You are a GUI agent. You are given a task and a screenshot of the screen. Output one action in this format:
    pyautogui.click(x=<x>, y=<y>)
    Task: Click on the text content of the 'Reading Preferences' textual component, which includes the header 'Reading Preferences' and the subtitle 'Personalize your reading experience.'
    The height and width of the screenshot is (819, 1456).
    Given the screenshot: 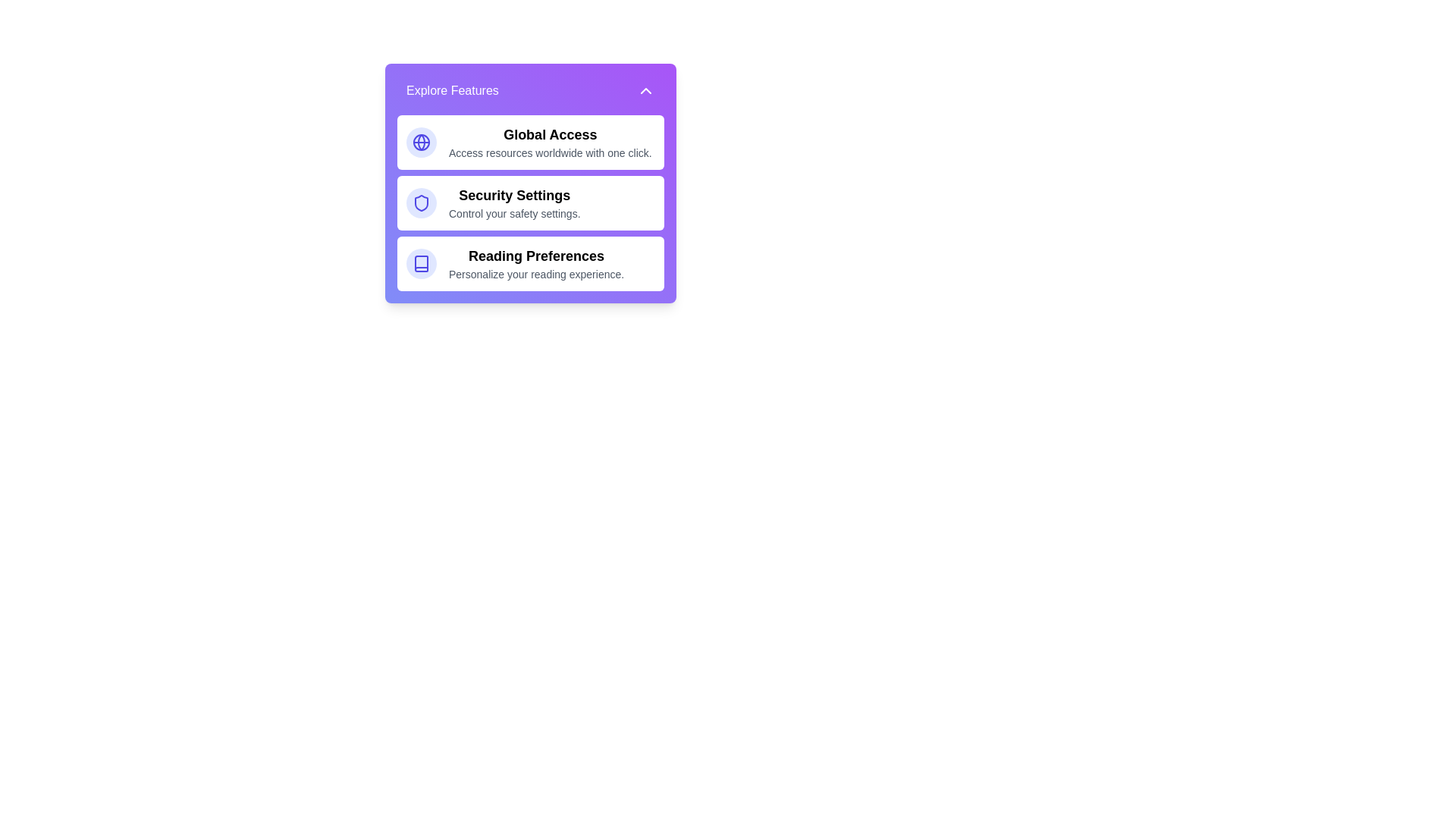 What is the action you would take?
    pyautogui.click(x=536, y=262)
    